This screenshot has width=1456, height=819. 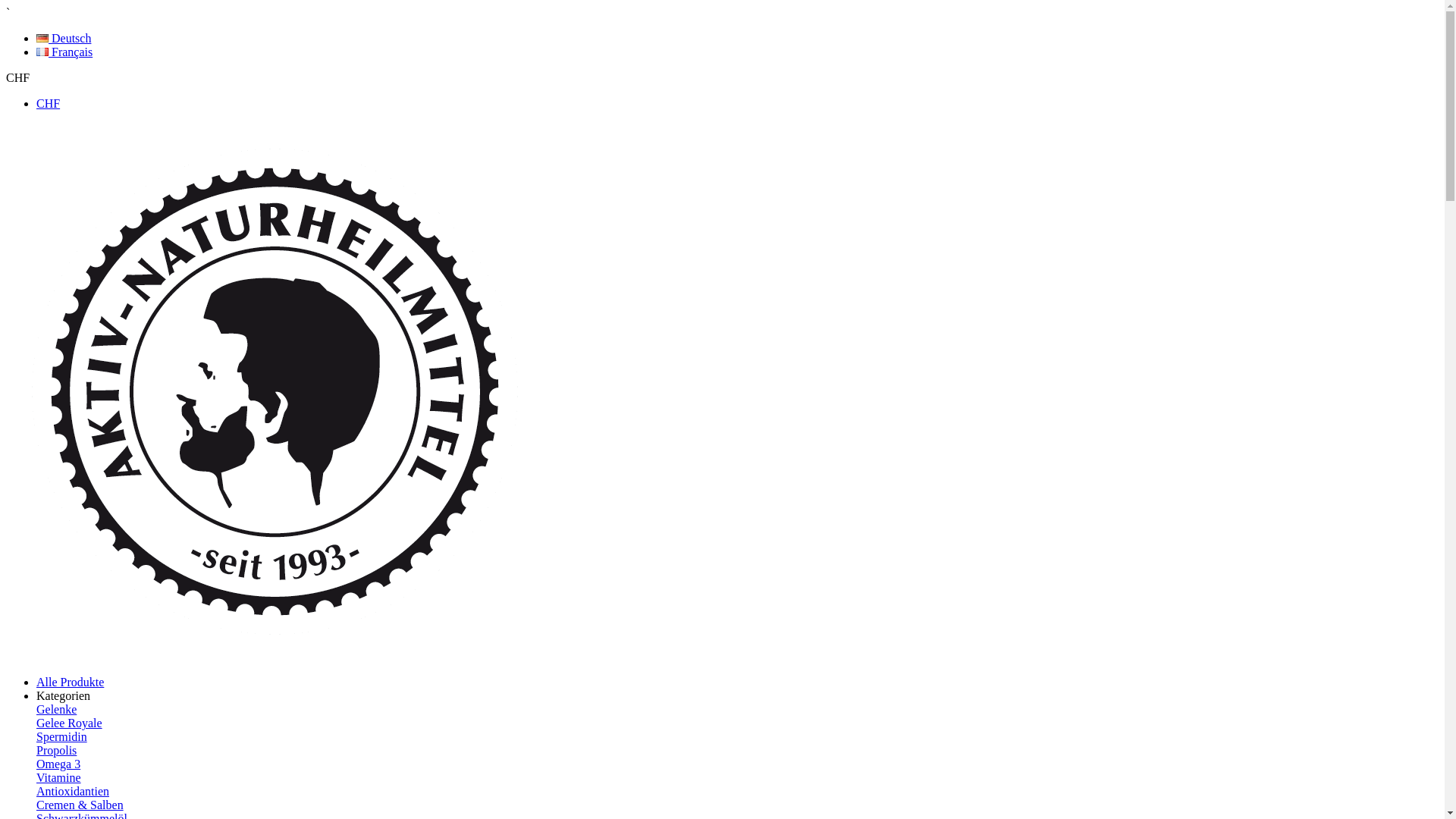 I want to click on 'Deutsch', so click(x=36, y=37).